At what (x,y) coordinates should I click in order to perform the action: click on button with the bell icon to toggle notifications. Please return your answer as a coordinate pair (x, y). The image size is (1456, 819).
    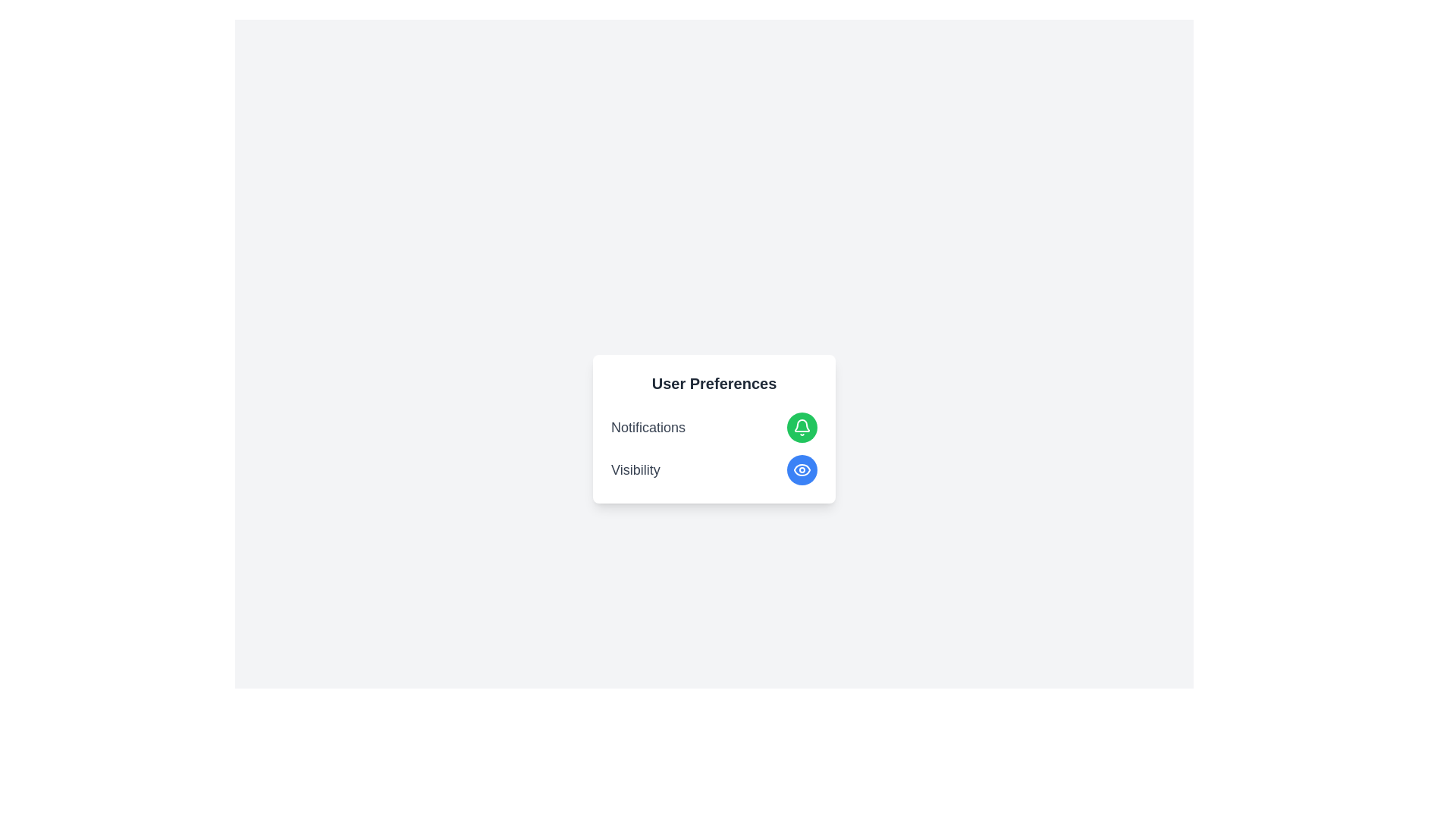
    Looking at the image, I should click on (801, 427).